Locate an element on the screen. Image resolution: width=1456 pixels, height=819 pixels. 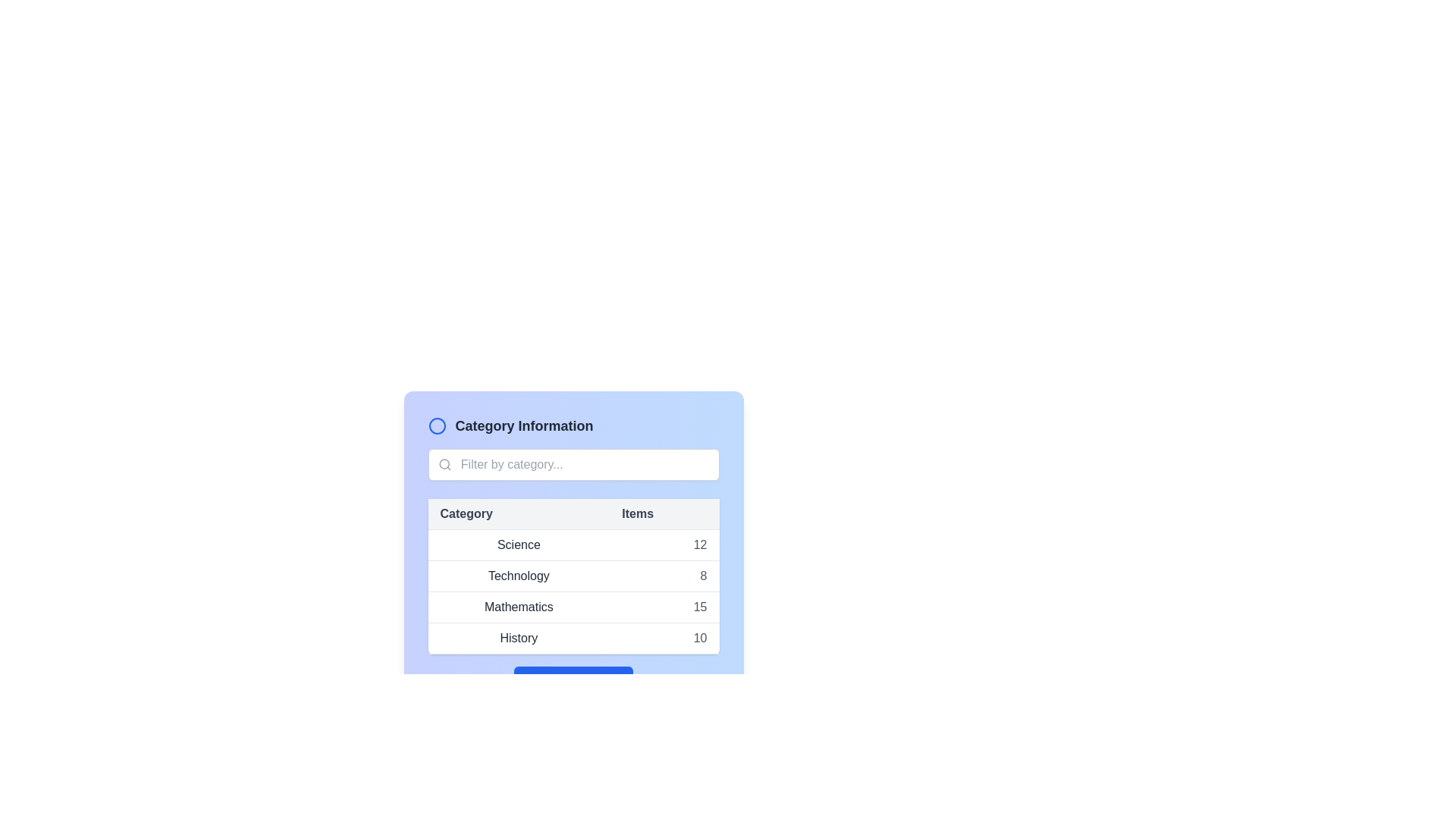
the 'Category Information' text label styled in bold and large dark gray font is located at coordinates (524, 426).